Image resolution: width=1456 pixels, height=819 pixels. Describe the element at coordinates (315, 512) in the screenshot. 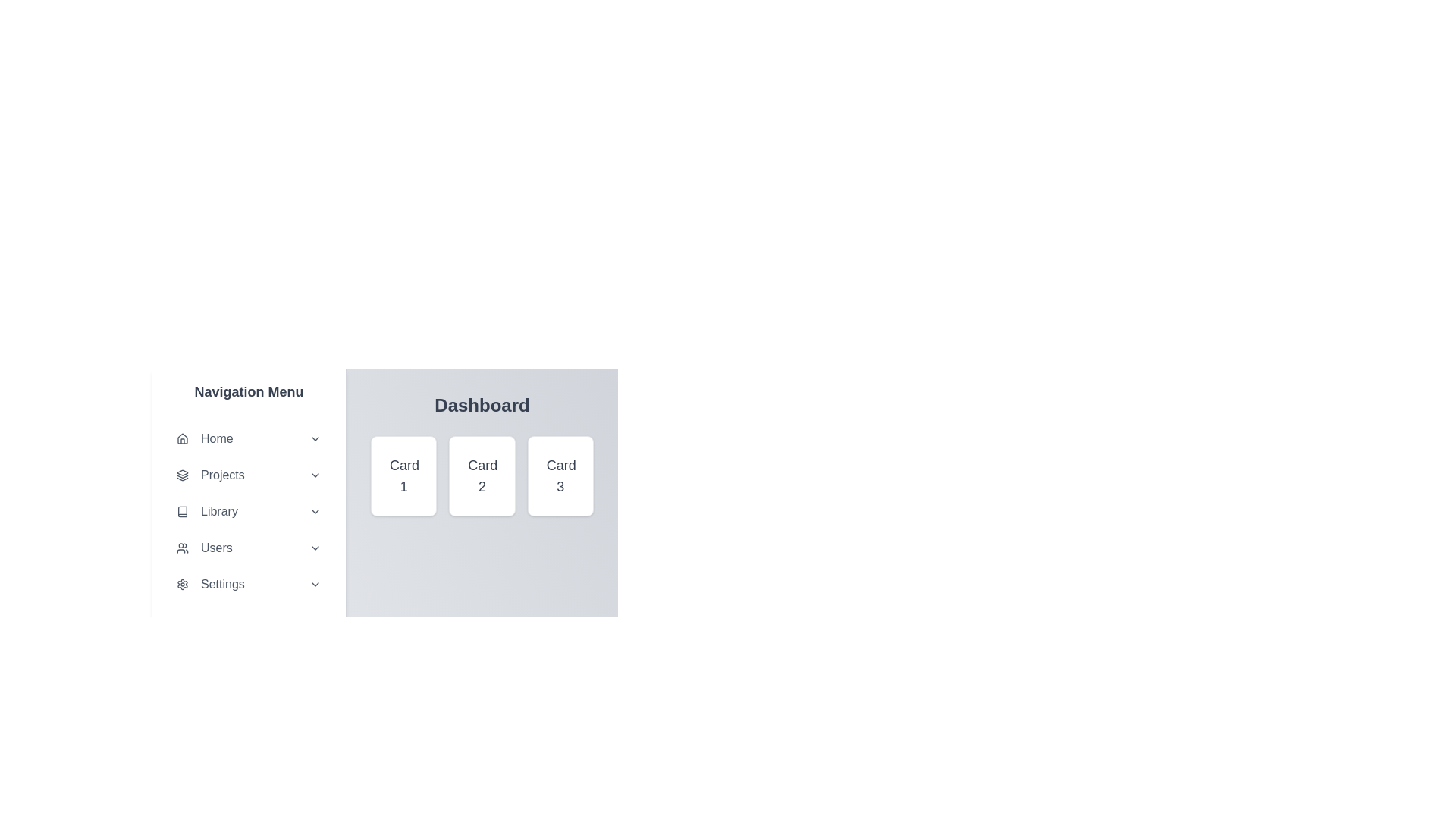

I see `the chevron-down icon at the far-right of the 'Library' menu item` at that location.